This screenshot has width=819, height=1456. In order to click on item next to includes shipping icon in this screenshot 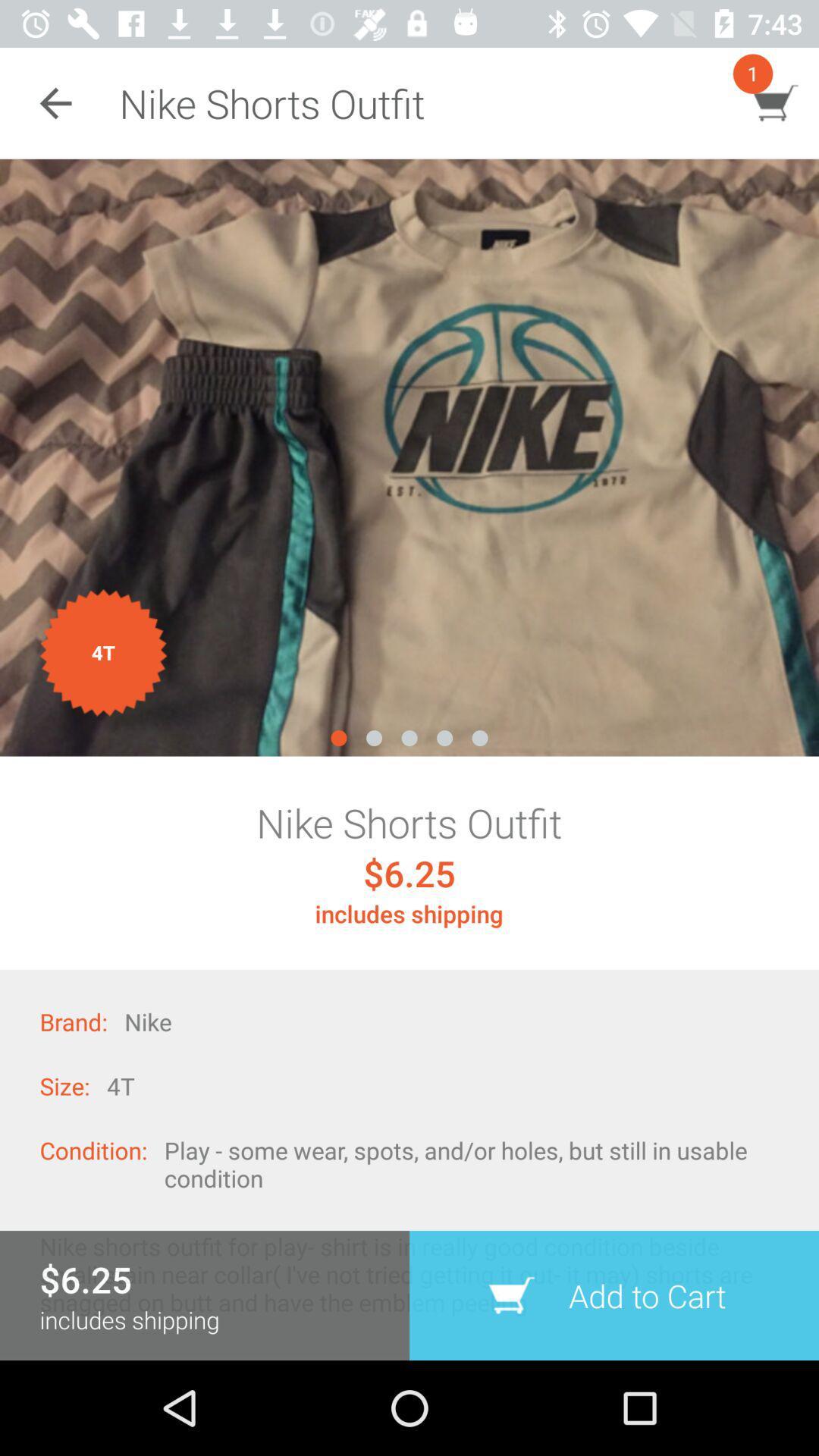, I will do `click(614, 1294)`.